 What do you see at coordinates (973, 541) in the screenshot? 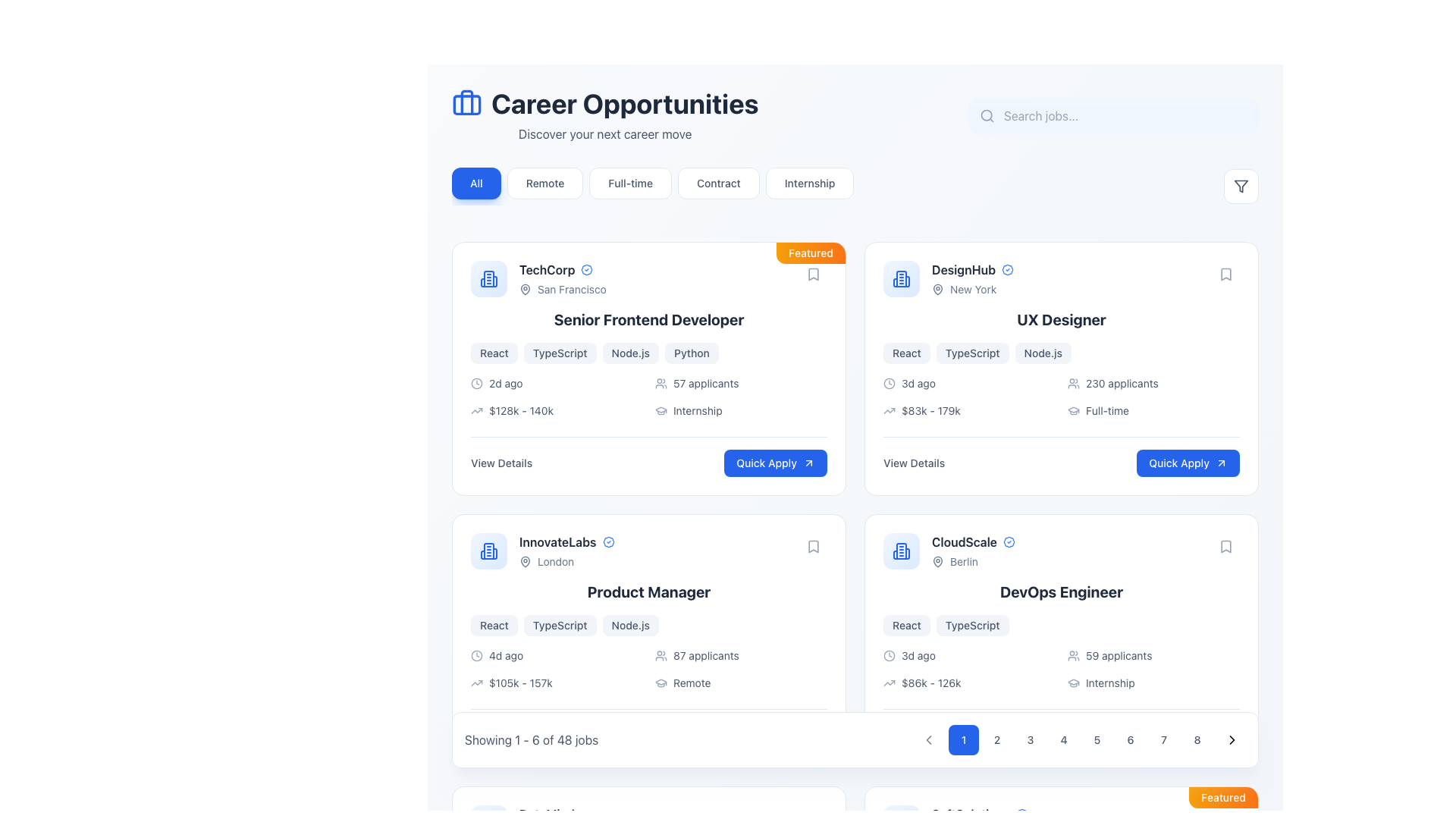
I see `the company name label with a verification badge located in the middle-right region of the job listing card, positioned above the 'Berlin' label` at bounding box center [973, 541].